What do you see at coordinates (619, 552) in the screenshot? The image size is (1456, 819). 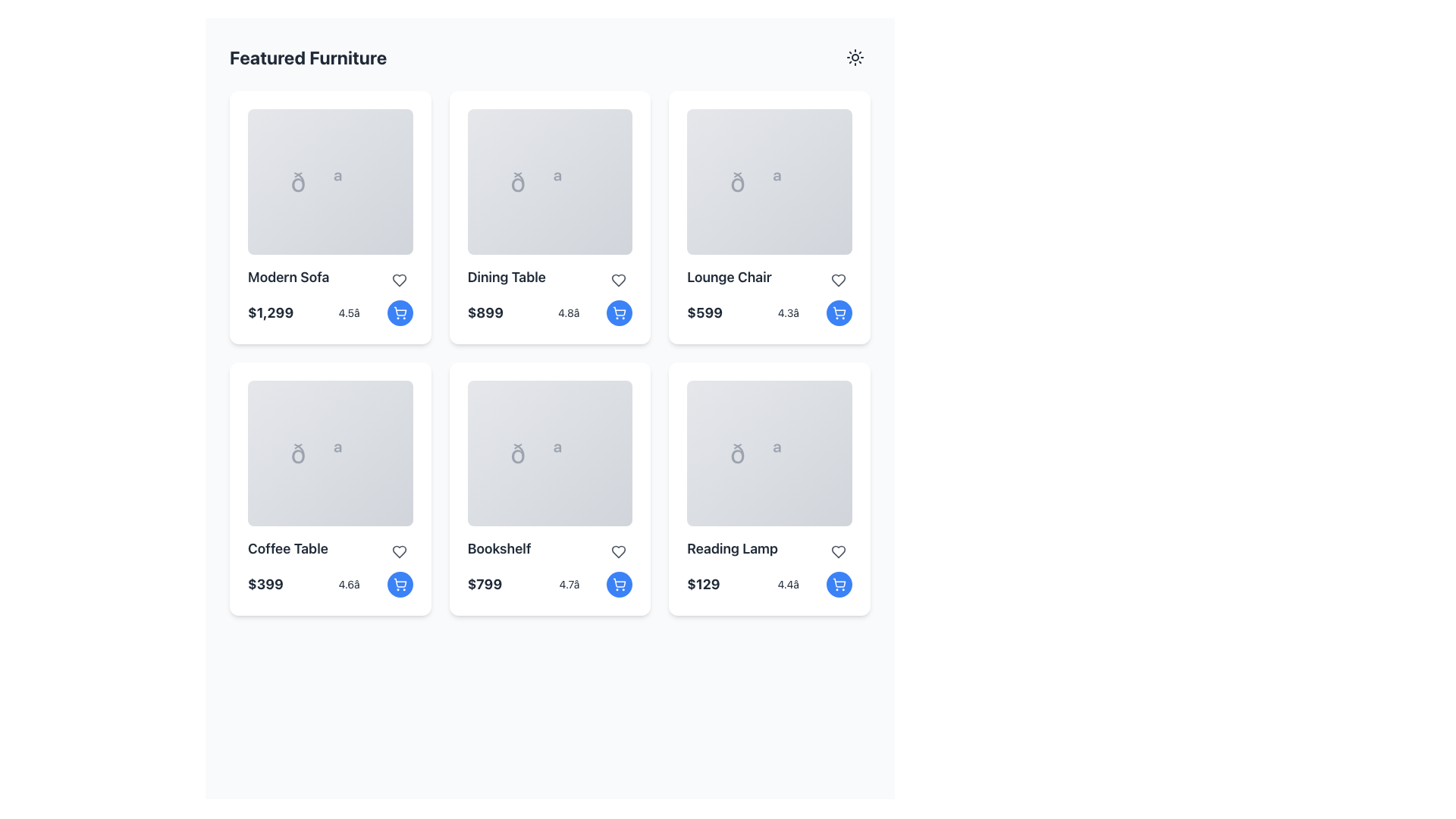 I see `the 'like' button located at the top-right corner of the 'Bookshelf' card` at bounding box center [619, 552].